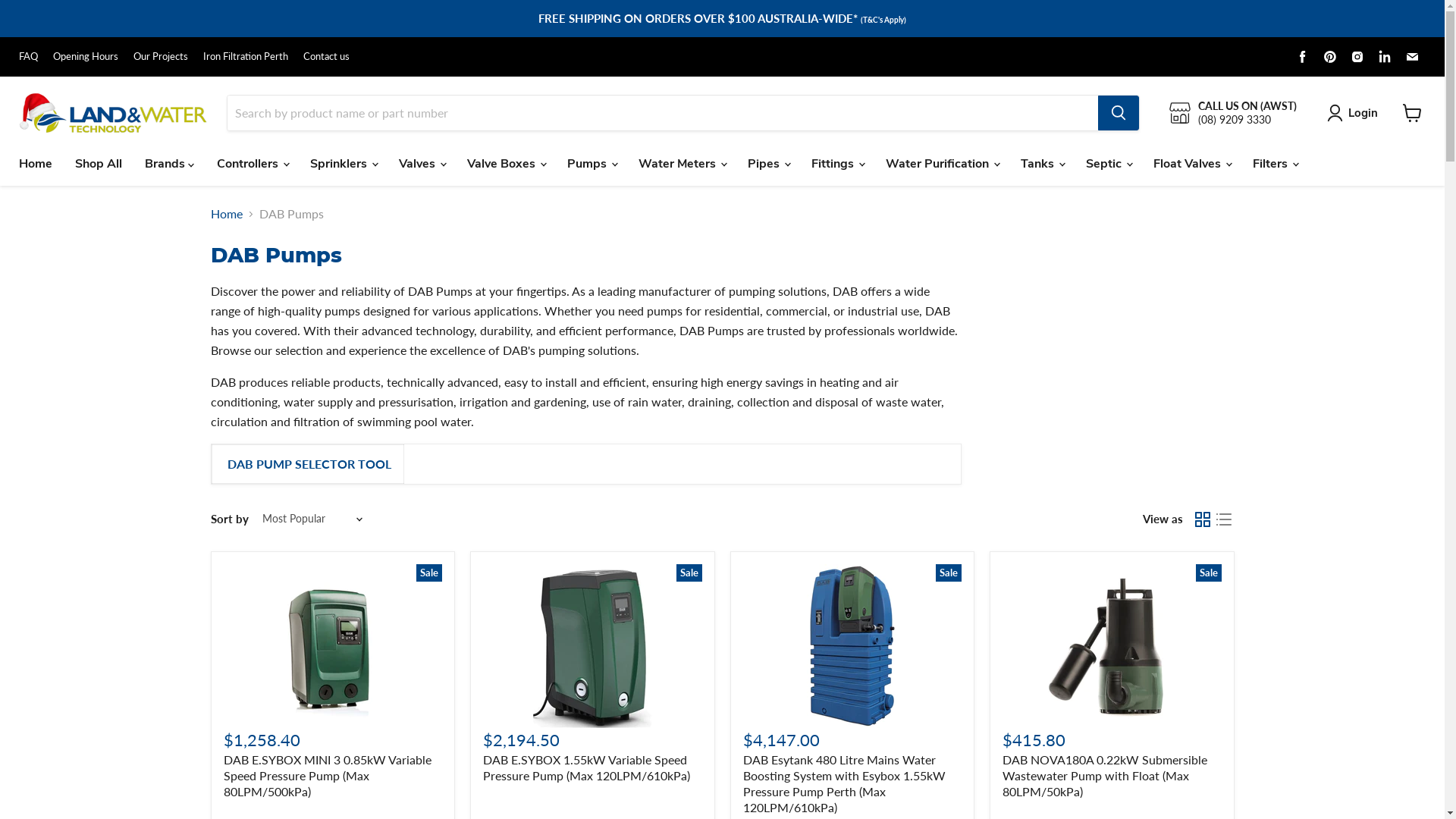  I want to click on 'Find us on LinkedIn', so click(1384, 55).